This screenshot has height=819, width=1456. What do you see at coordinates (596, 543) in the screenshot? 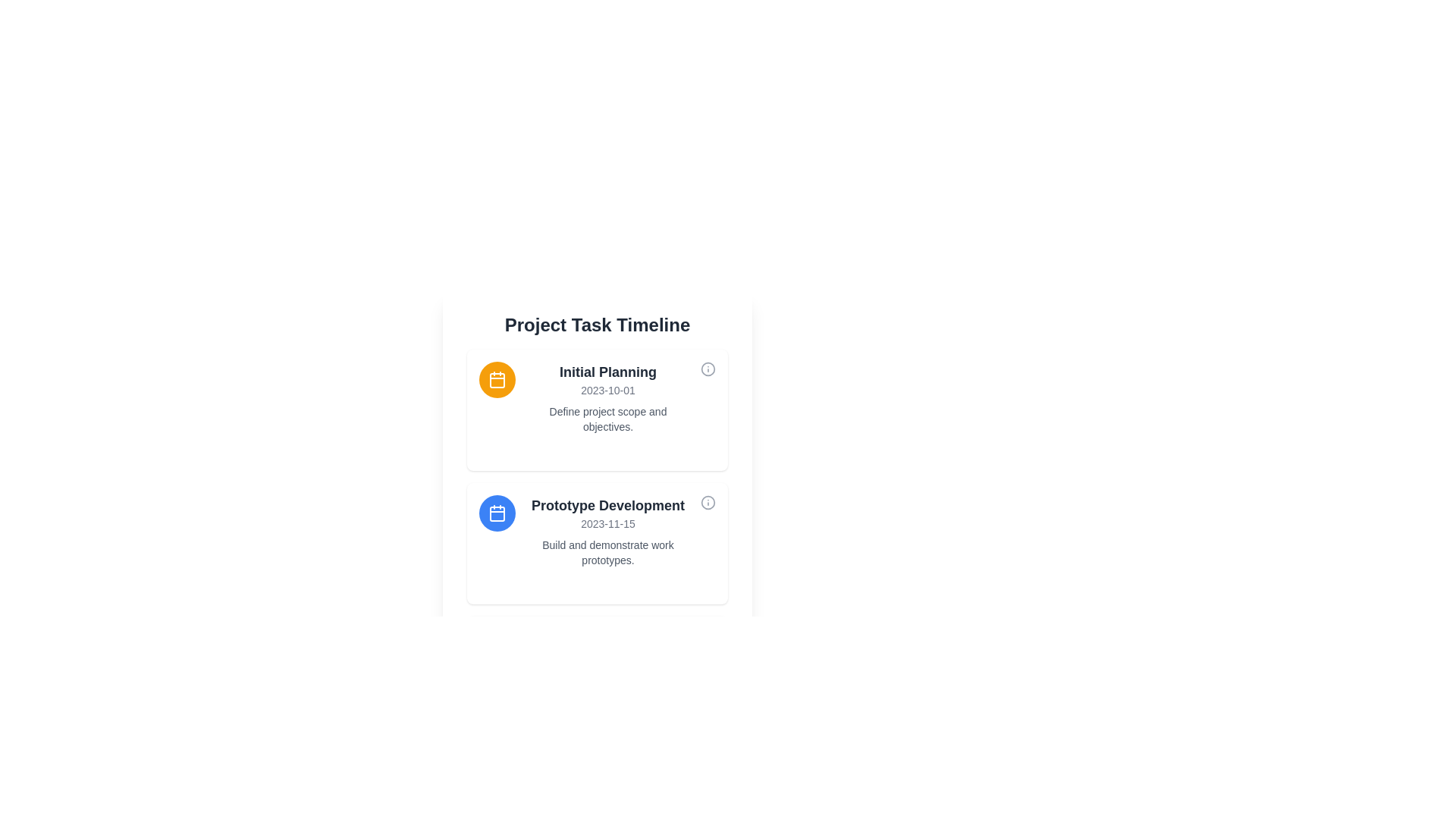
I see `the second task item in the 'Project Task Timeline' list, which contains headers, dates, and colored status indicators, located between 'Initial Planning' and 'Final Delivery'` at bounding box center [596, 543].